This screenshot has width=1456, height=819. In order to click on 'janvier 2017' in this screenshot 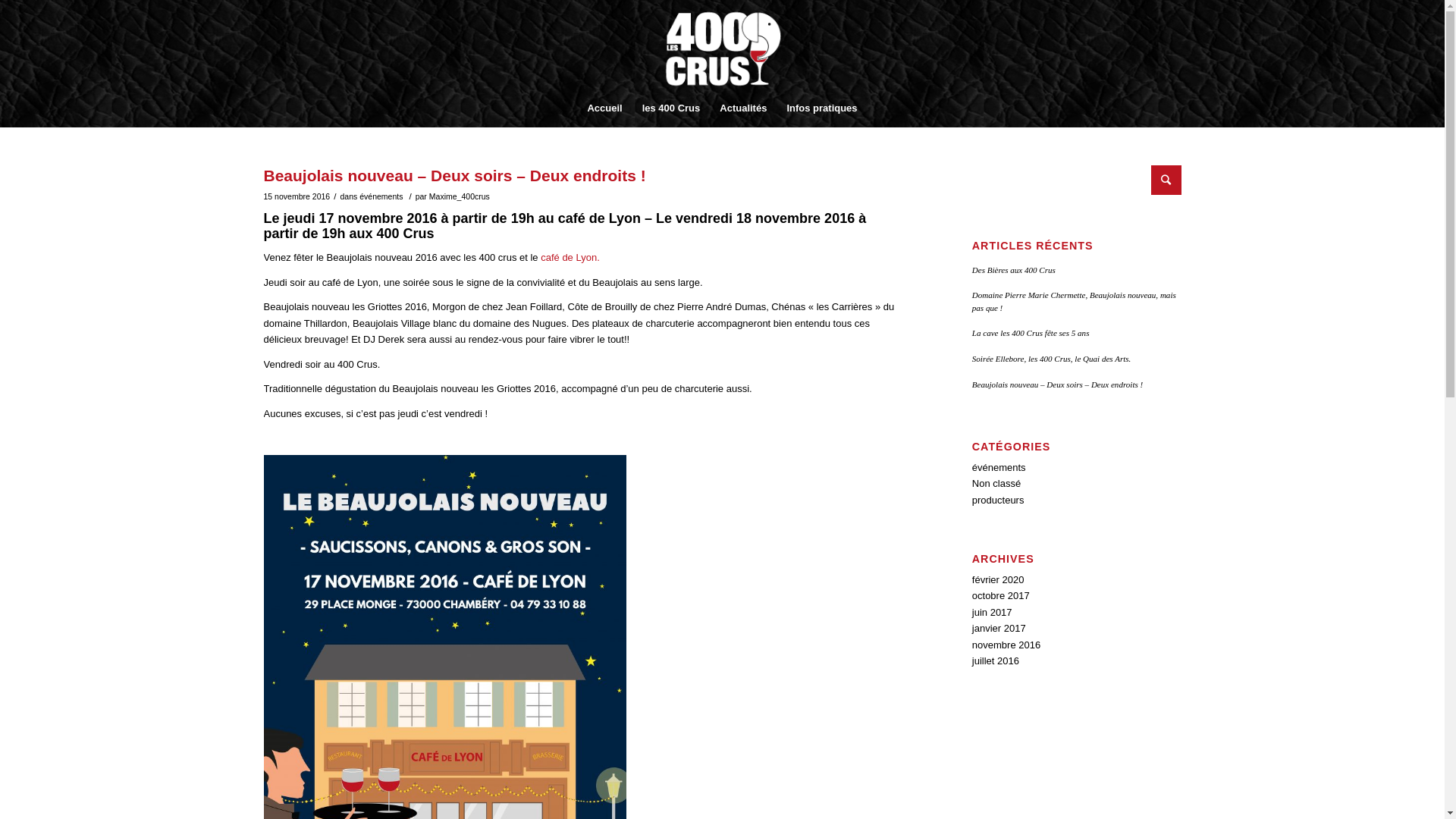, I will do `click(999, 628)`.